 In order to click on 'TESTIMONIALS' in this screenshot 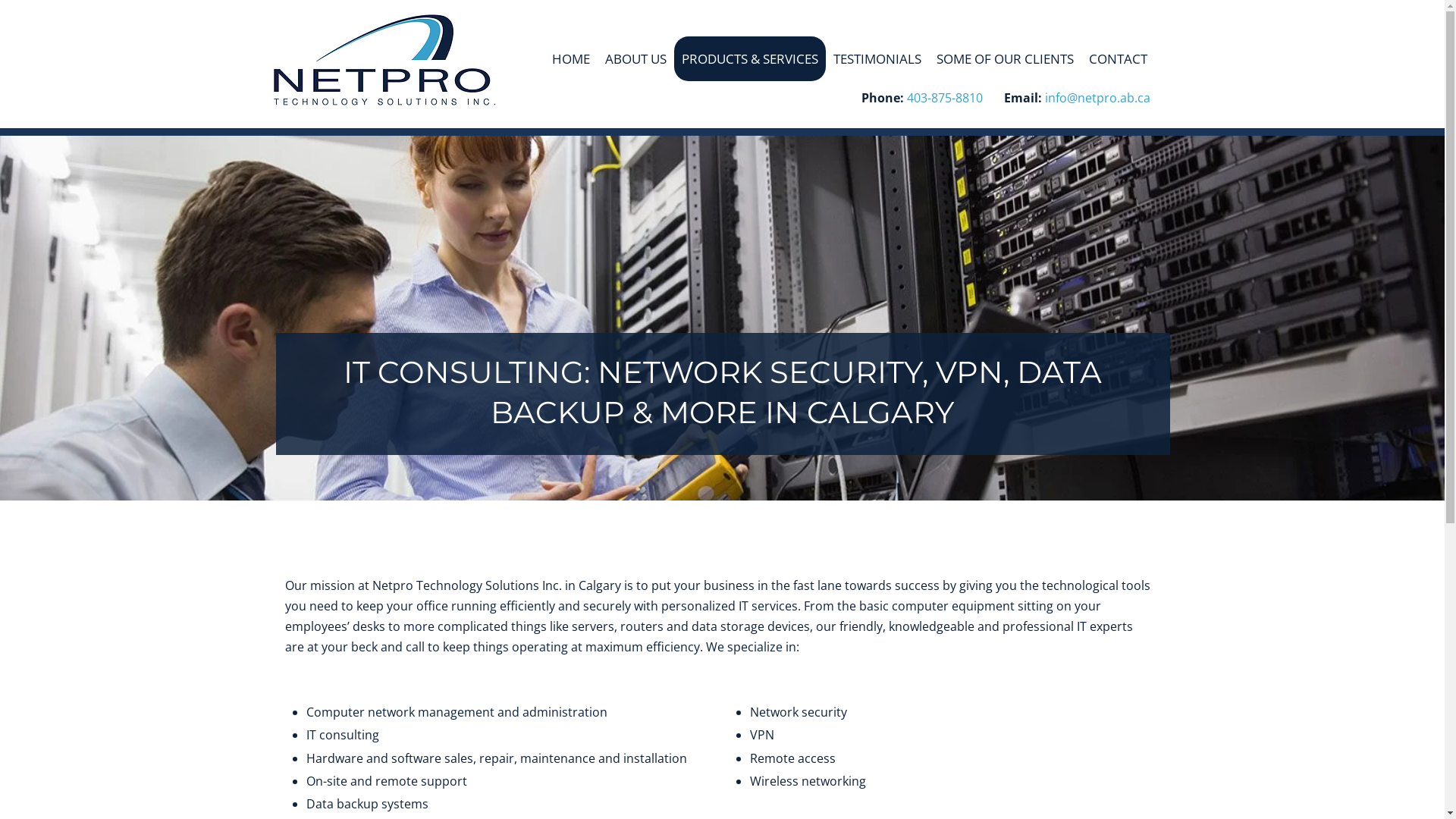, I will do `click(877, 58)`.